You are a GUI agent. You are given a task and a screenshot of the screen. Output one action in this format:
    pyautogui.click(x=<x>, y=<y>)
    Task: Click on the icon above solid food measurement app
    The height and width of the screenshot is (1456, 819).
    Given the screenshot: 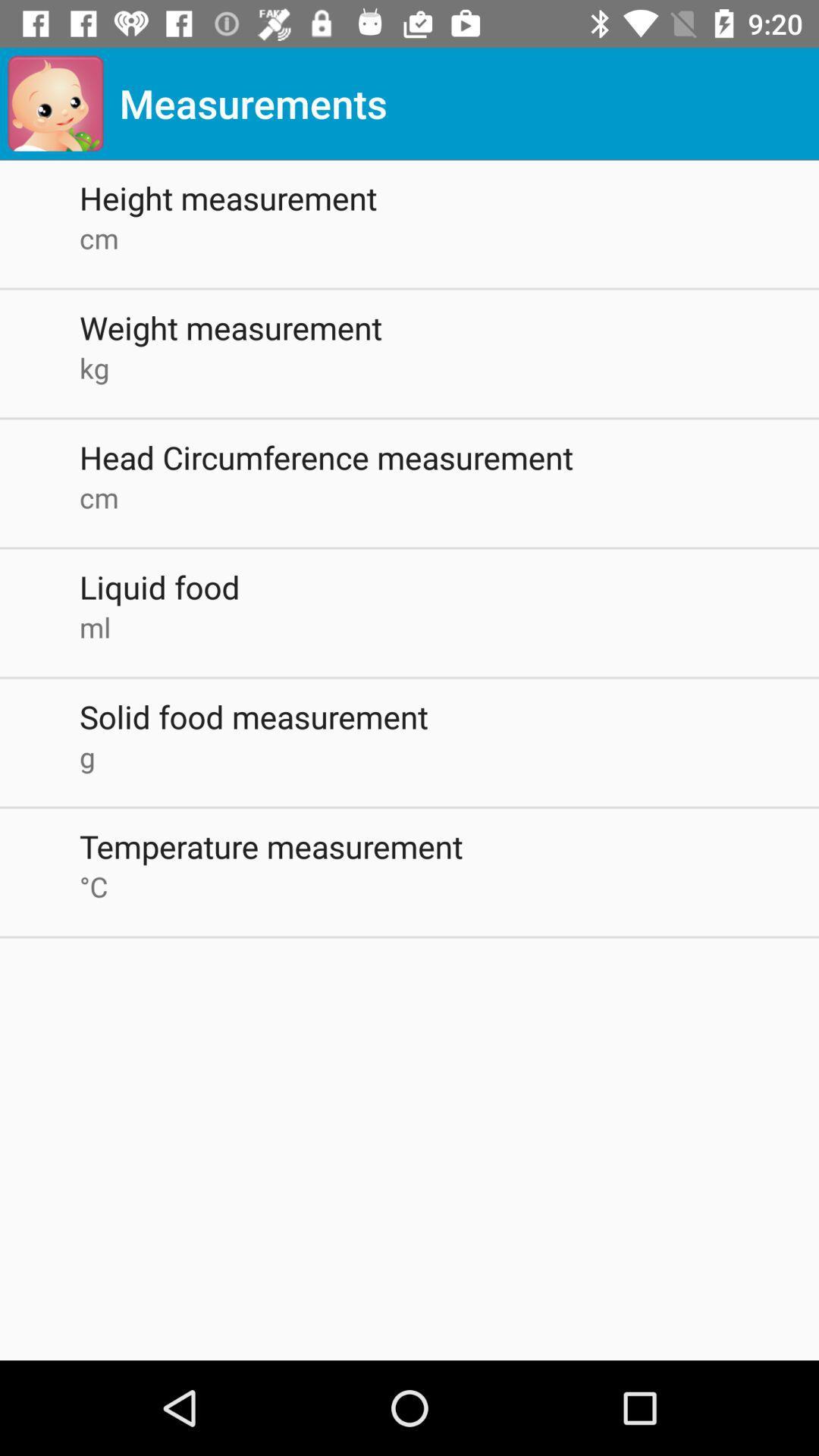 What is the action you would take?
    pyautogui.click(x=448, y=627)
    